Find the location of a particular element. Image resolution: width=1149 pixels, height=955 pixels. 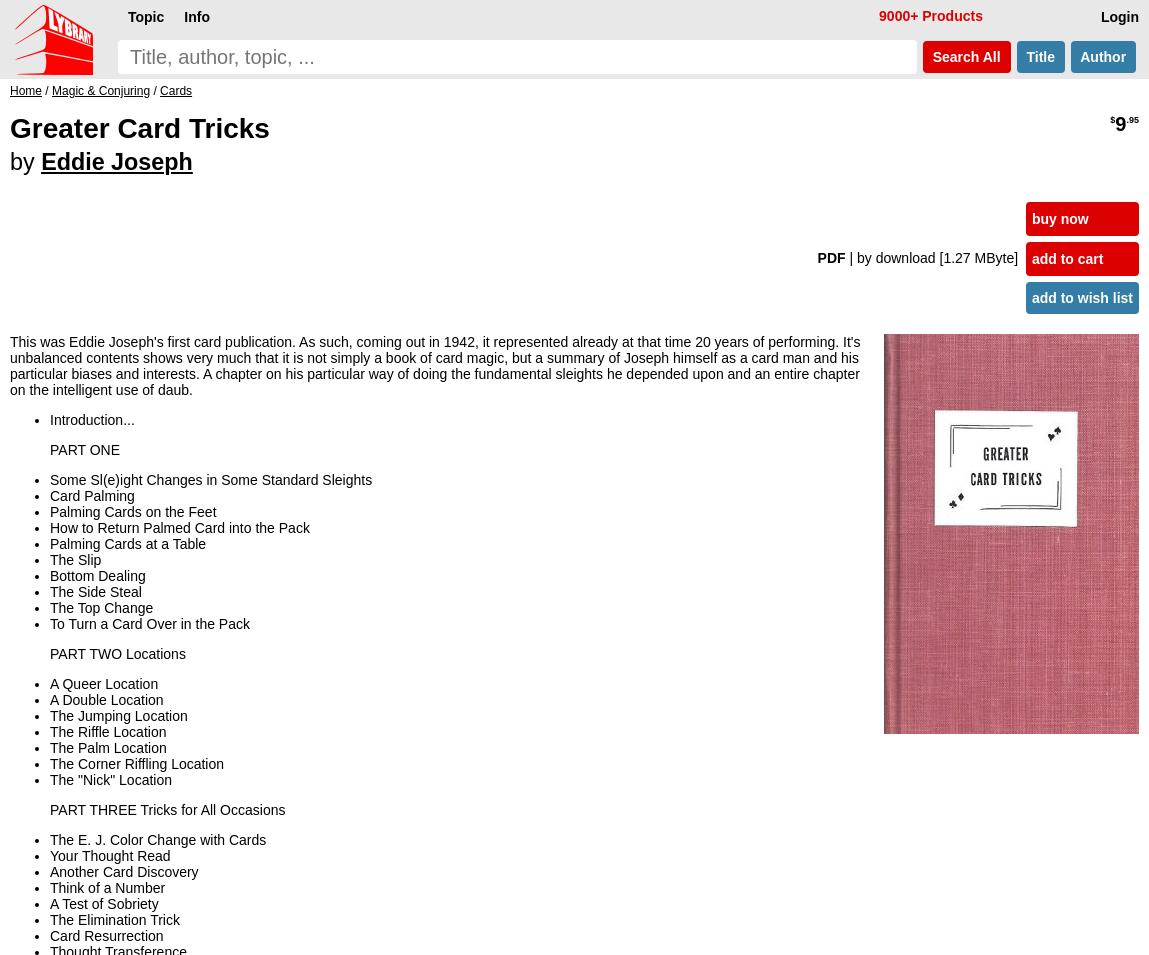

'Eddie Joseph' is located at coordinates (115, 161).